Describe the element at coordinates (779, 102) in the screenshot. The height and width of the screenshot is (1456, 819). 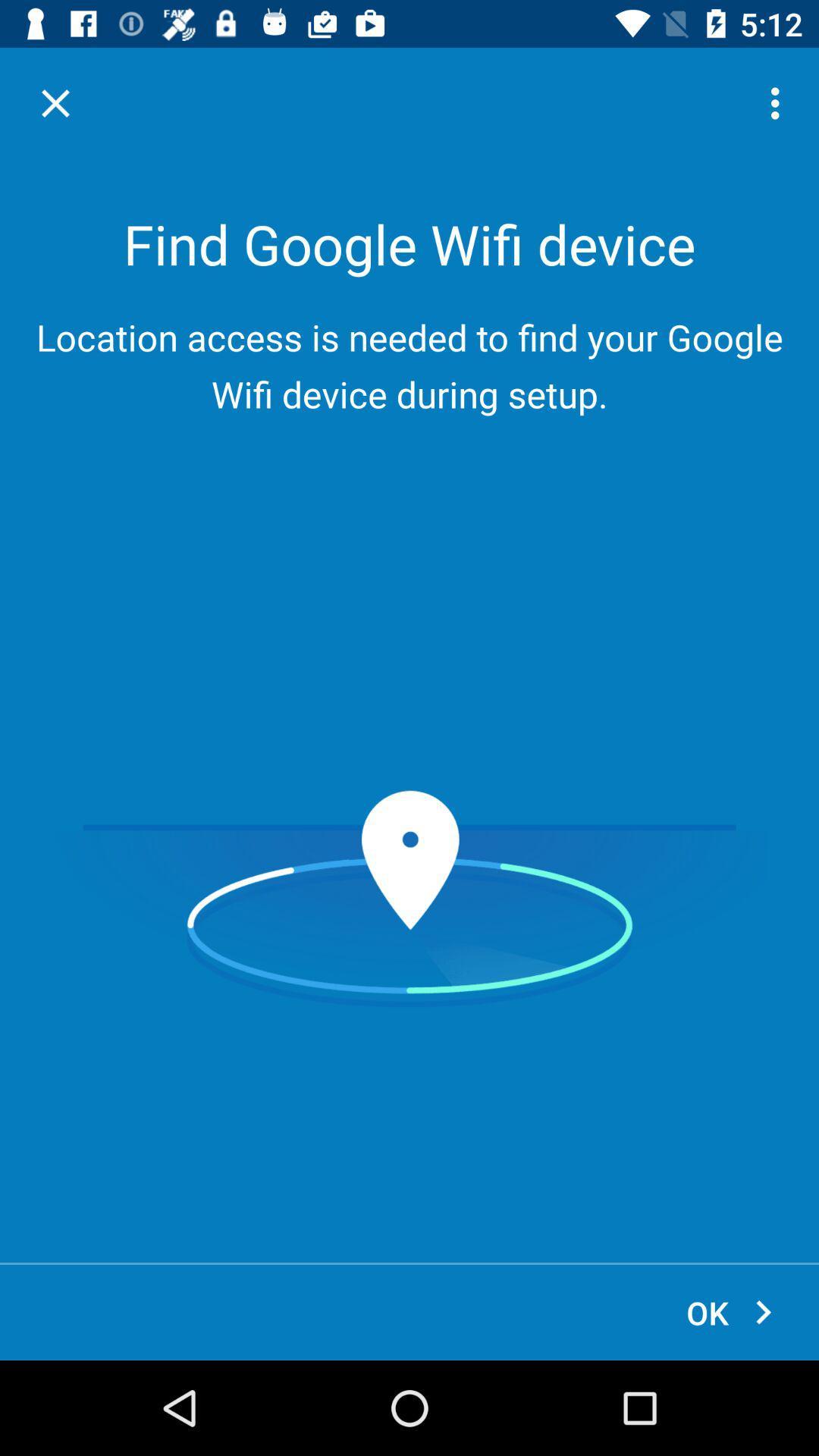
I see `the item at the top right corner` at that location.